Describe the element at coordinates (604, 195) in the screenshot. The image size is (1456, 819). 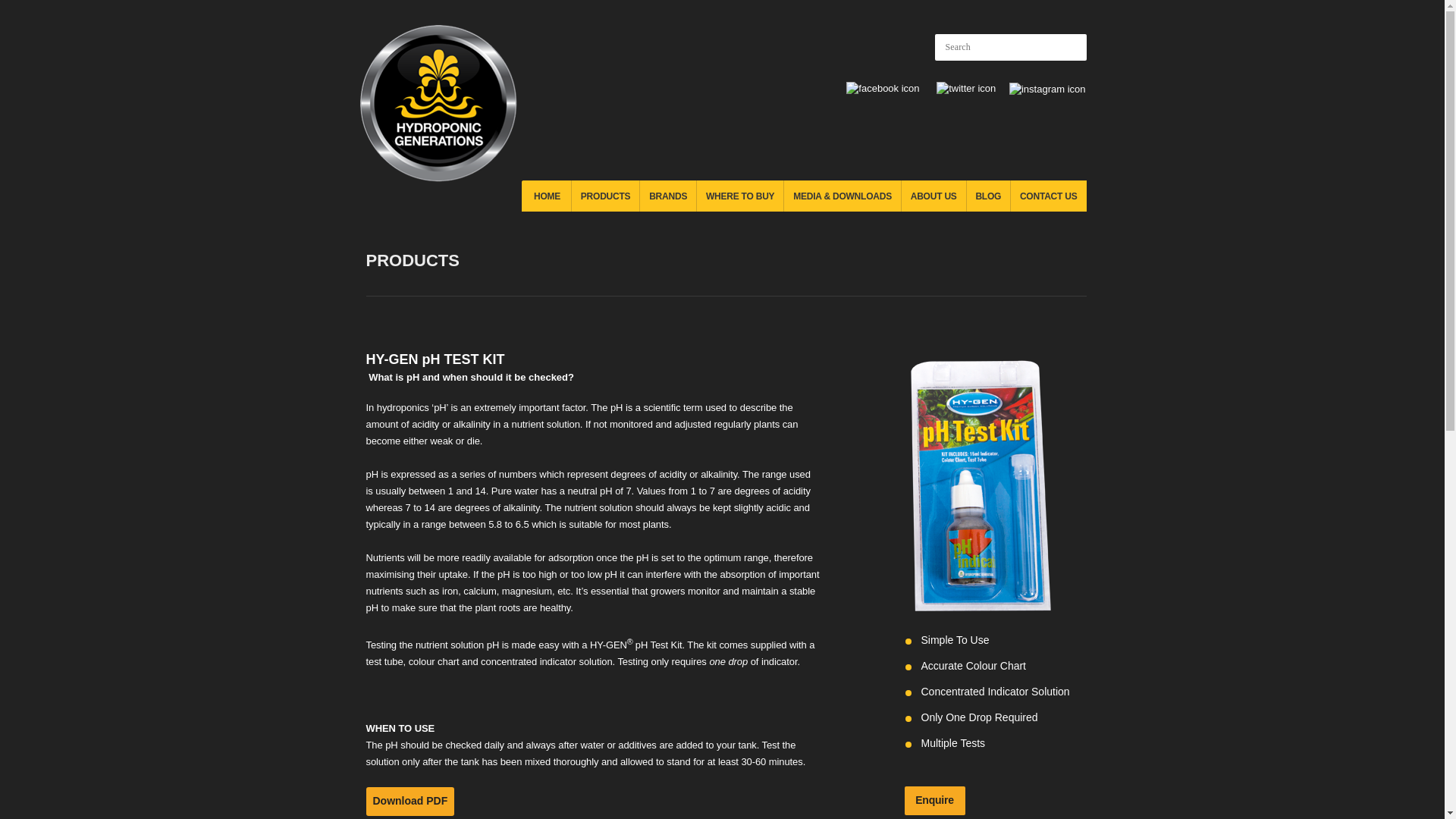
I see `'PRODUCTS'` at that location.